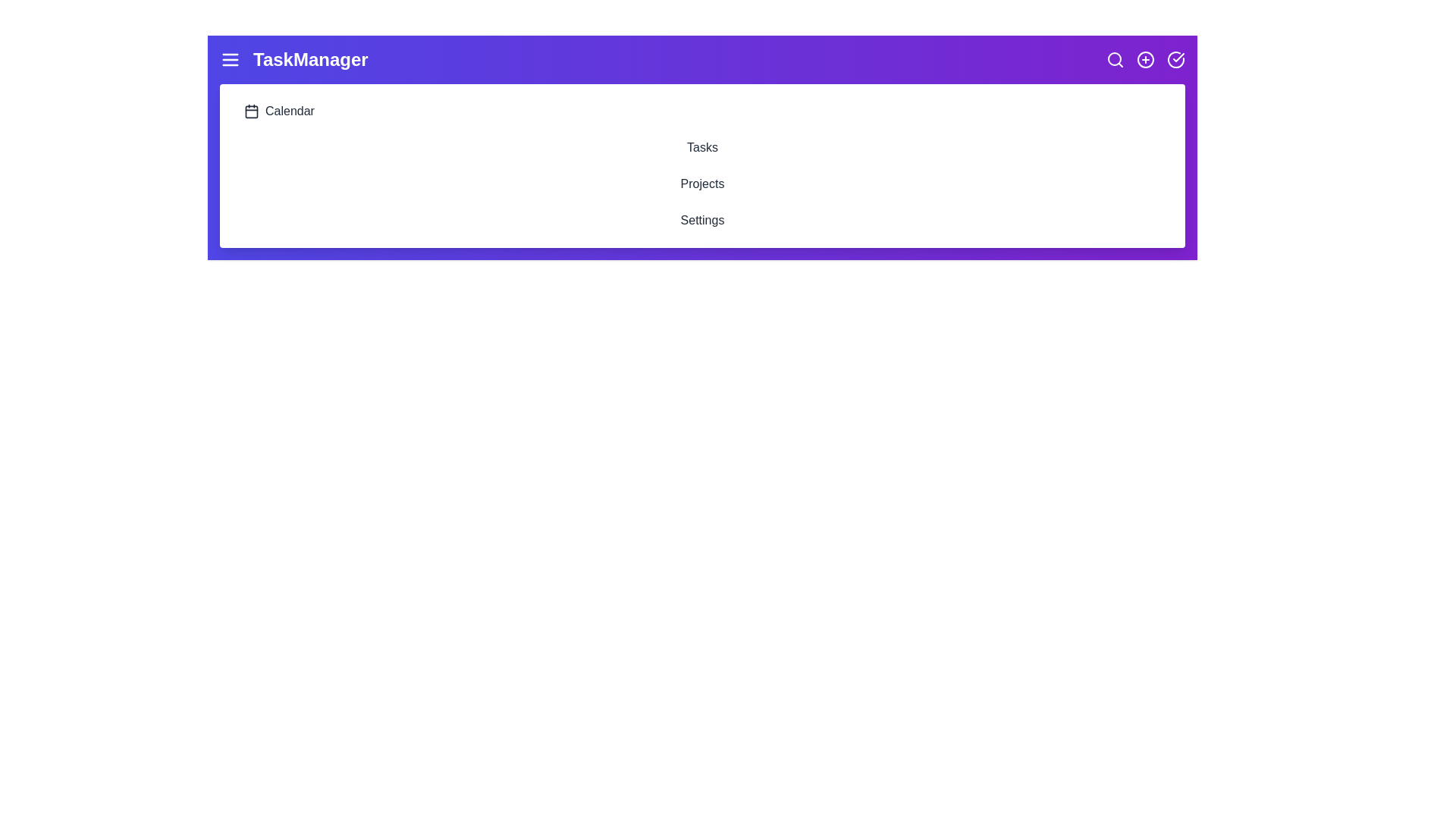  Describe the element at coordinates (1146, 58) in the screenshot. I see `the plus circle icon to add a new item` at that location.